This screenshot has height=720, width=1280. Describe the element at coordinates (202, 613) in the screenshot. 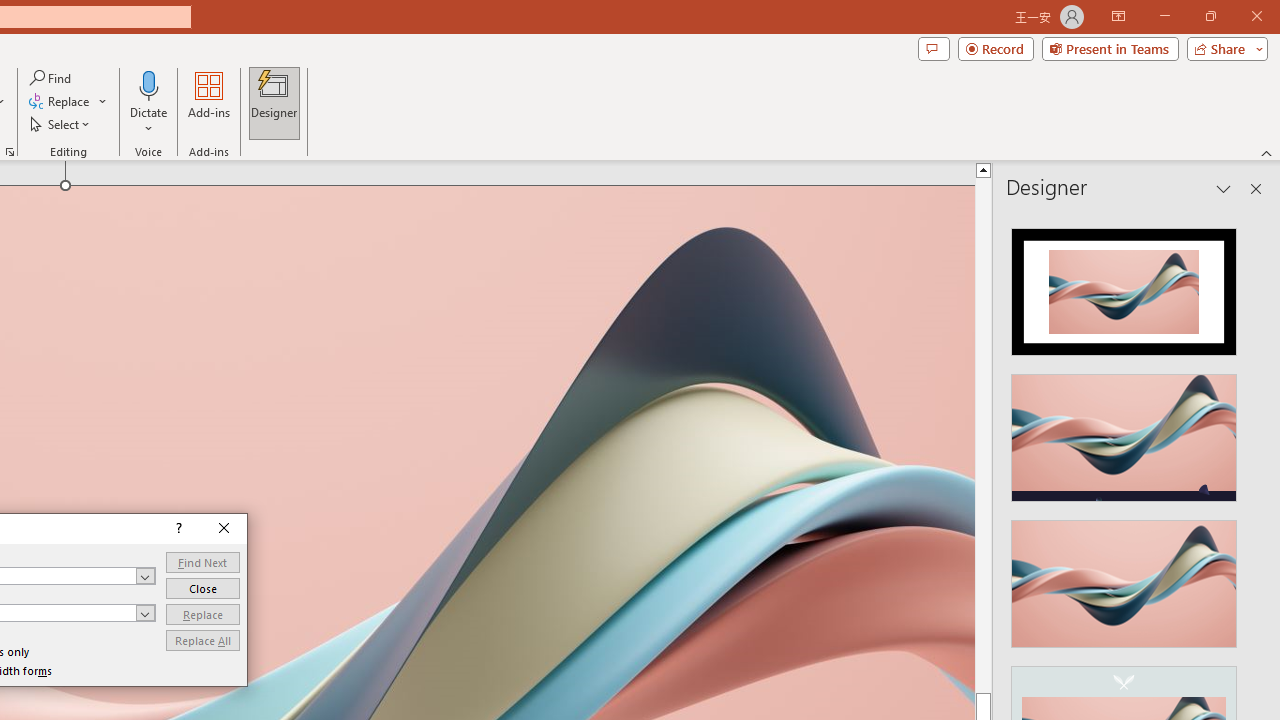

I see `'Replace'` at that location.